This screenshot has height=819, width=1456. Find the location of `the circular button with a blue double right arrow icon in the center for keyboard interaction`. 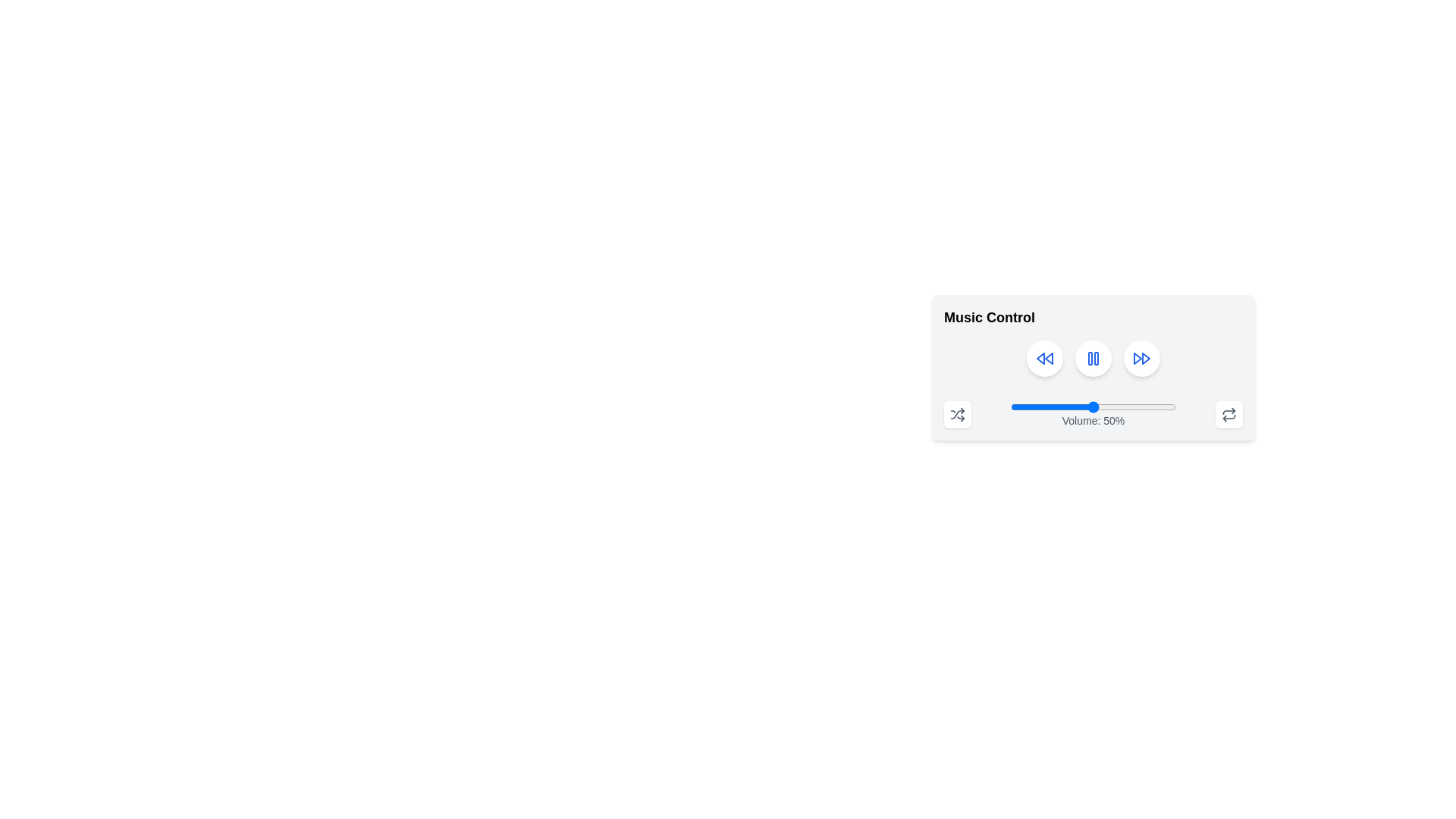

the circular button with a blue double right arrow icon in the center for keyboard interaction is located at coordinates (1142, 359).